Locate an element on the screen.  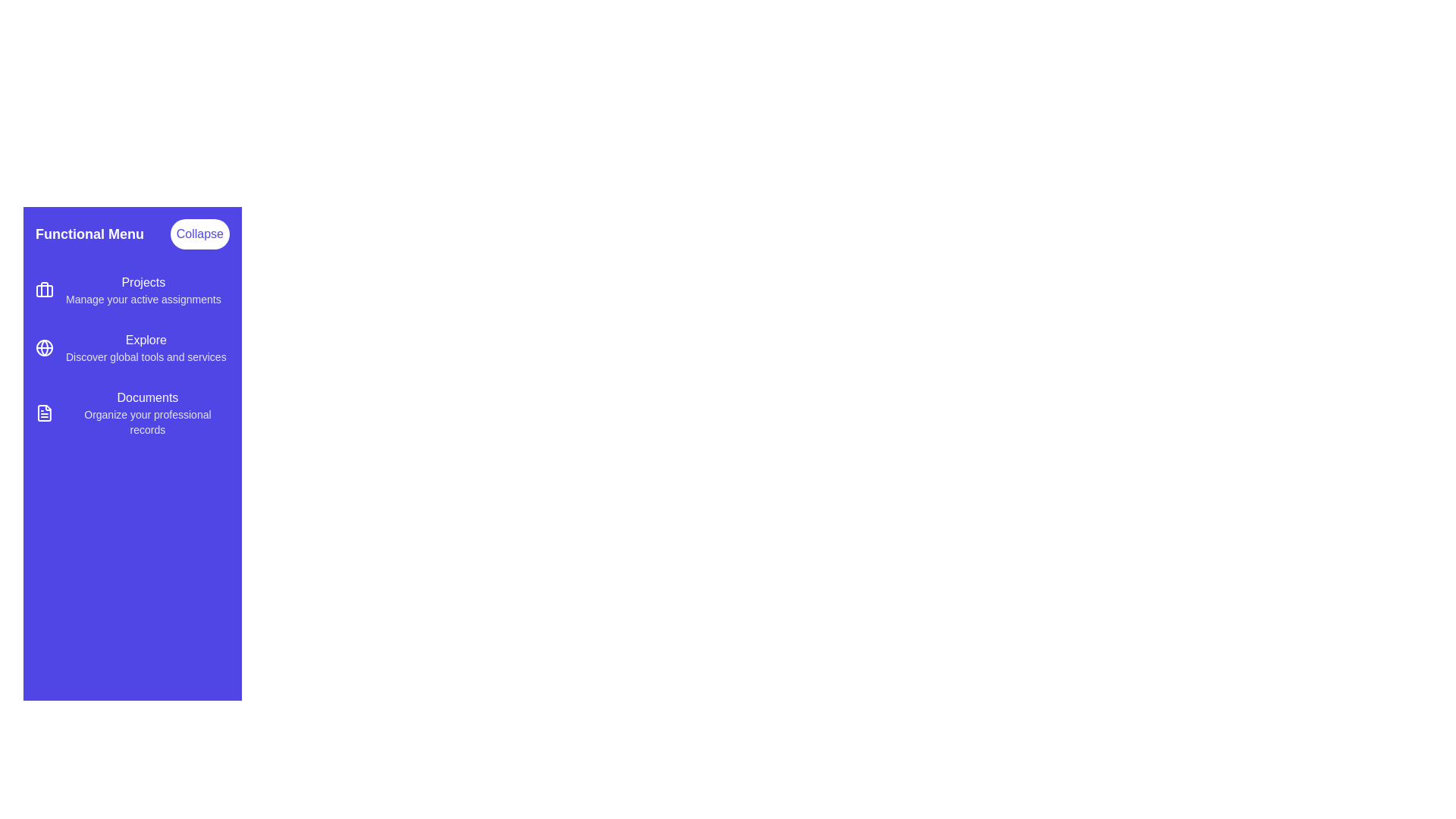
the menu item Explore to activate its section is located at coordinates (132, 348).